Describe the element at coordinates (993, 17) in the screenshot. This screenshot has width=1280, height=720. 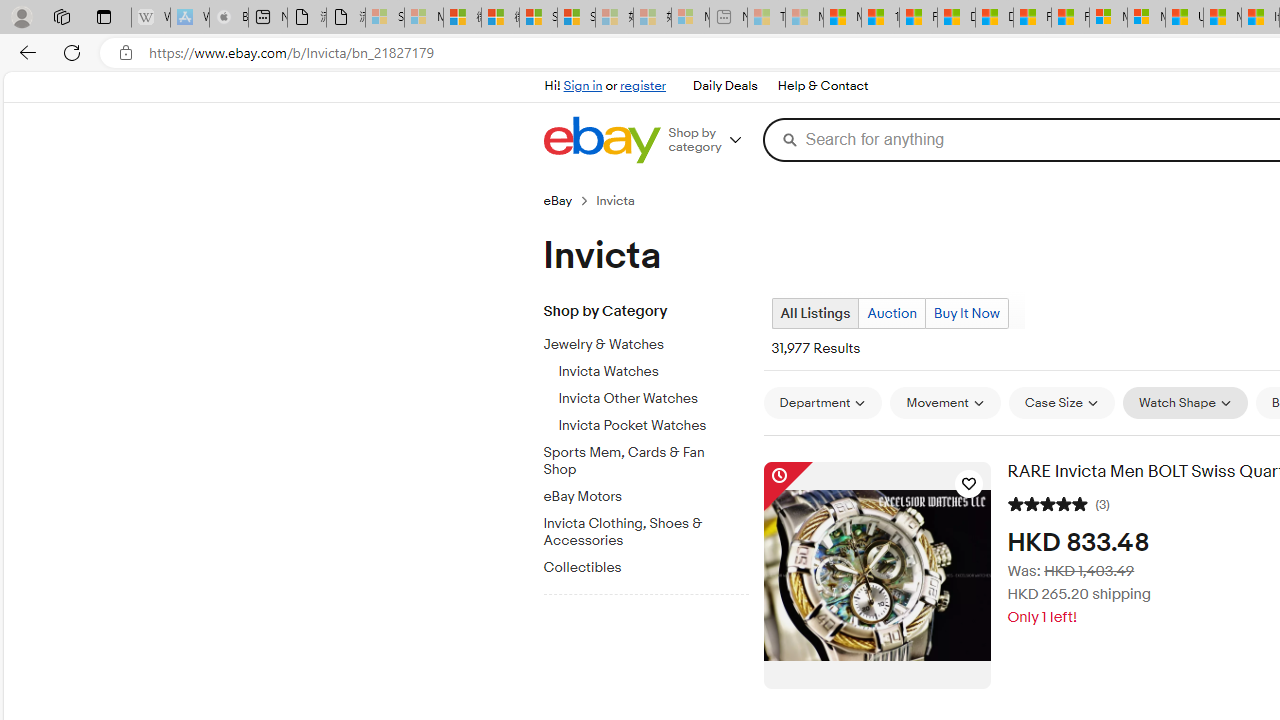
I see `'Drinking tea every day is proven to delay biological aging'` at that location.